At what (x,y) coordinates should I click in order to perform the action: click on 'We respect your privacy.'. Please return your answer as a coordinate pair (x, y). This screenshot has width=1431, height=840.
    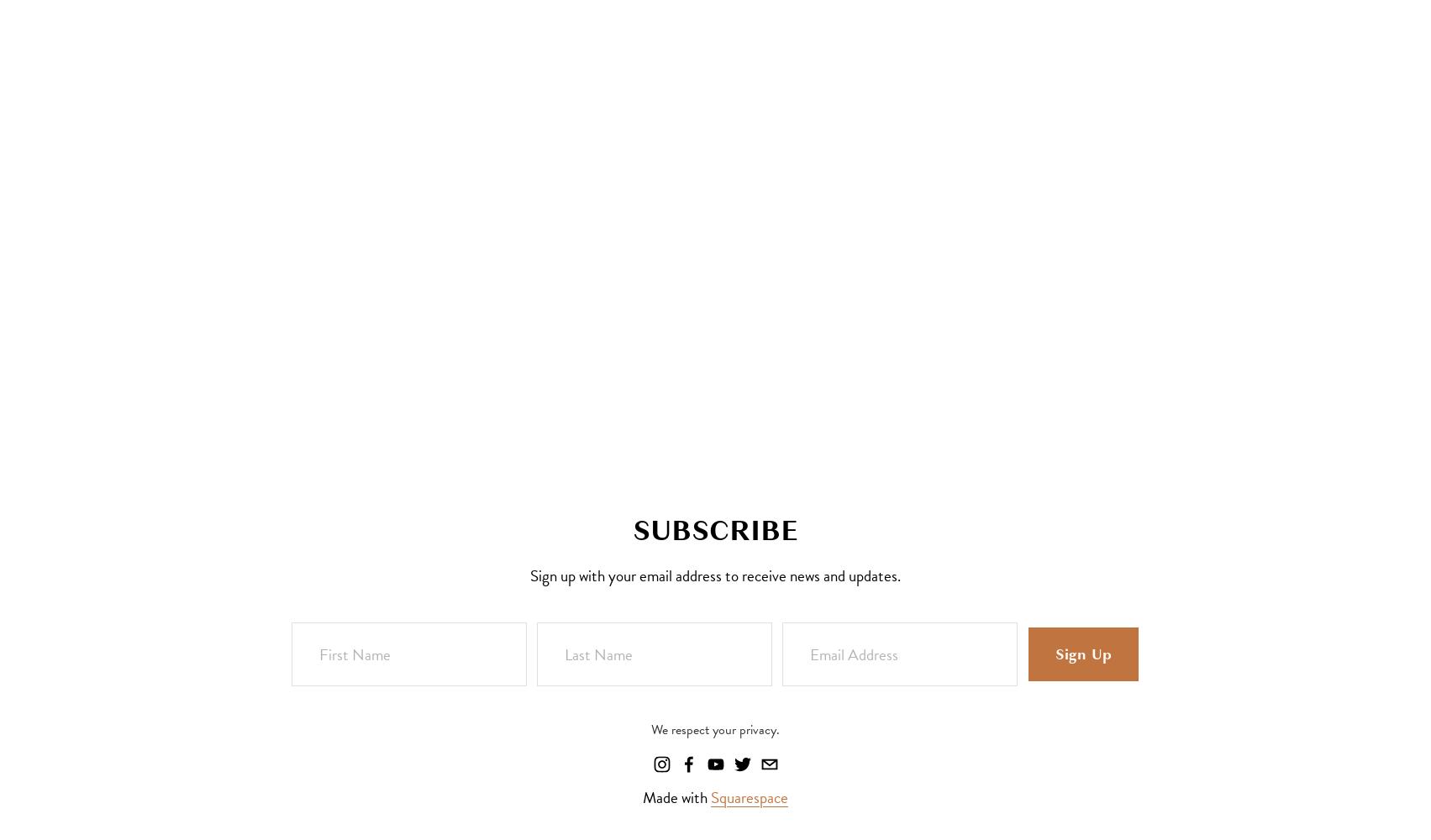
    Looking at the image, I should click on (715, 729).